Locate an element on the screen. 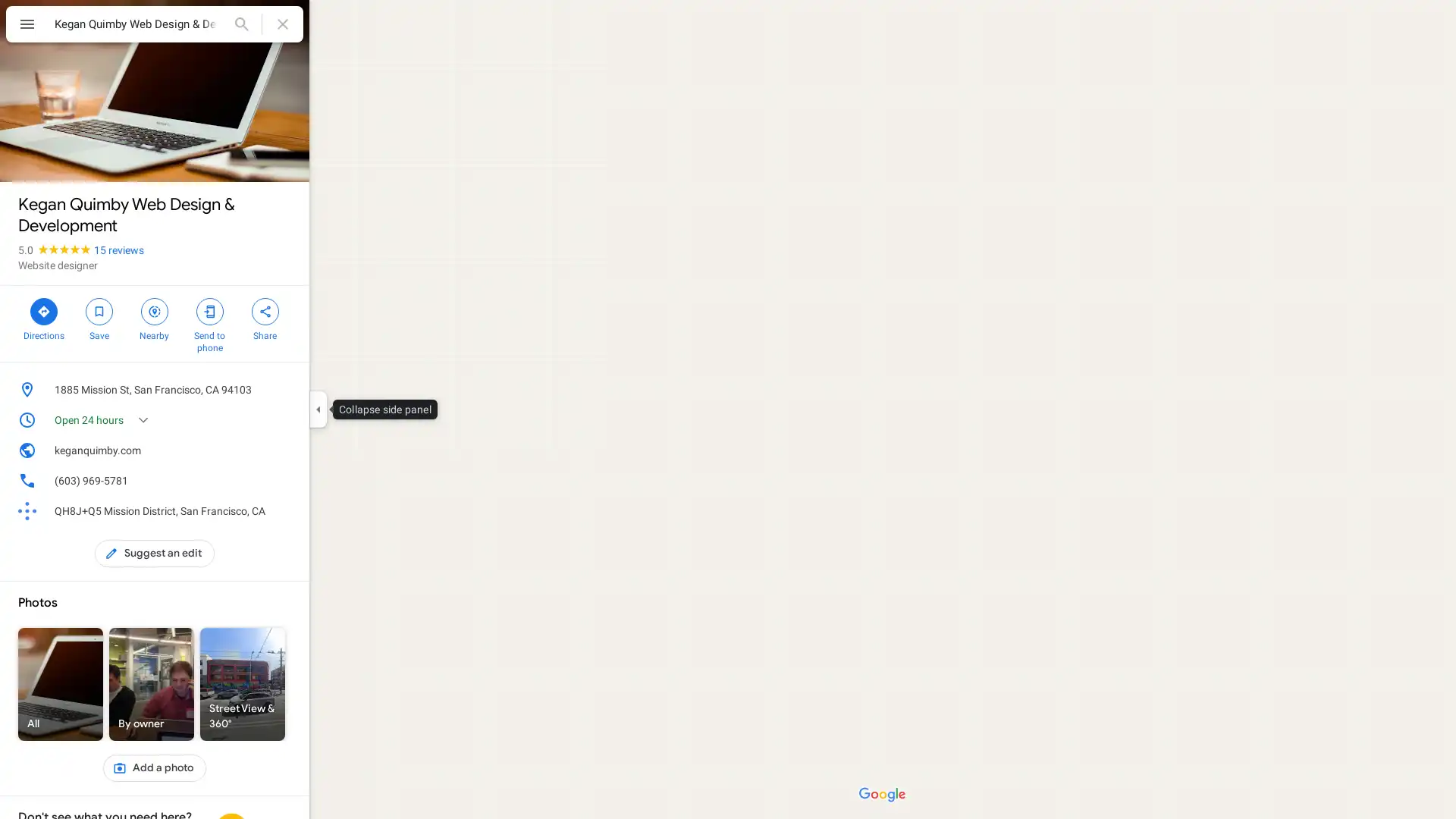  Copy address is located at coordinates (284, 388).